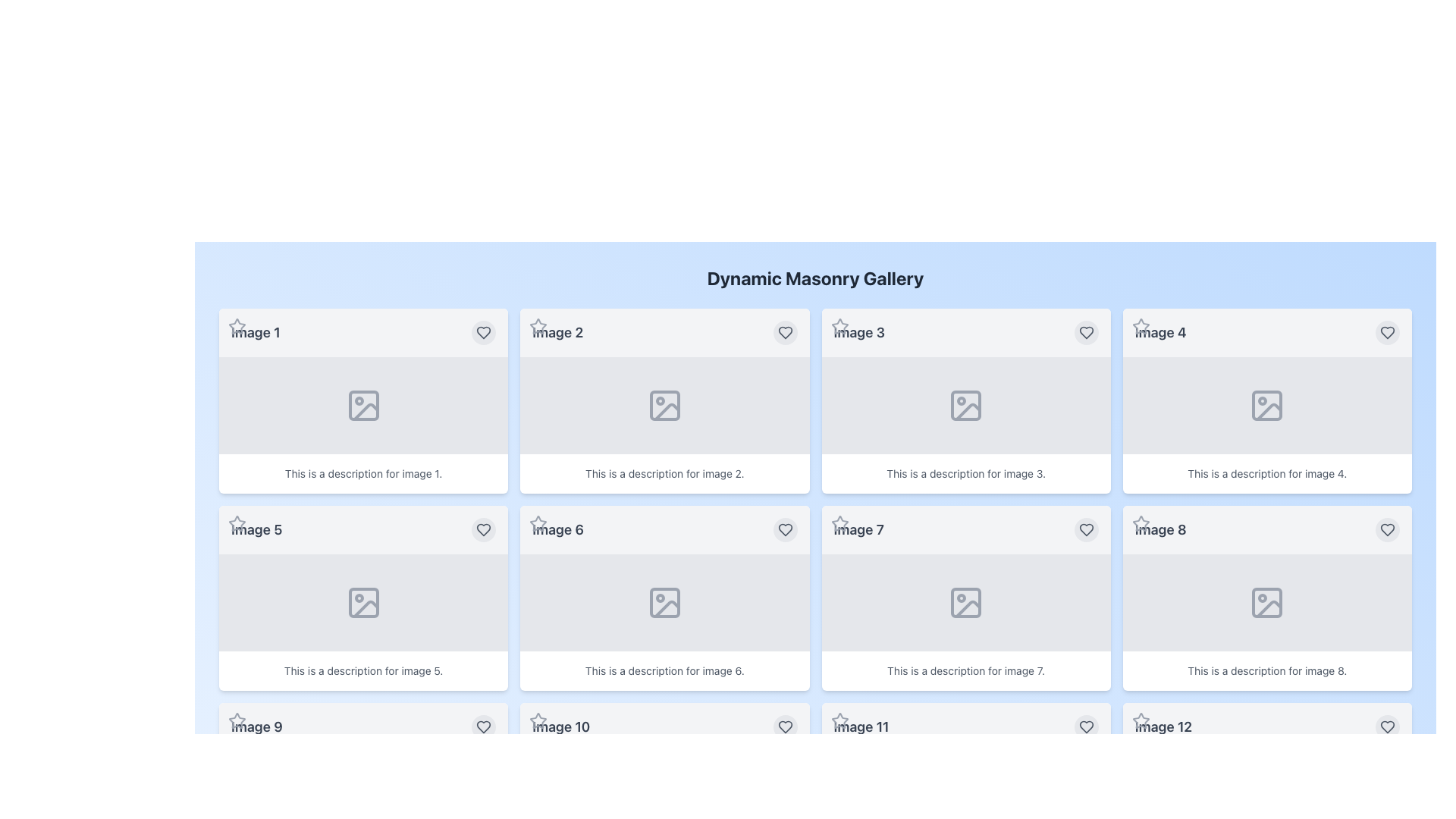 The image size is (1456, 819). Describe the element at coordinates (839, 720) in the screenshot. I see `the star-shaped icon button located in the upper-left corner of the card labeled 'Image 11'` at that location.